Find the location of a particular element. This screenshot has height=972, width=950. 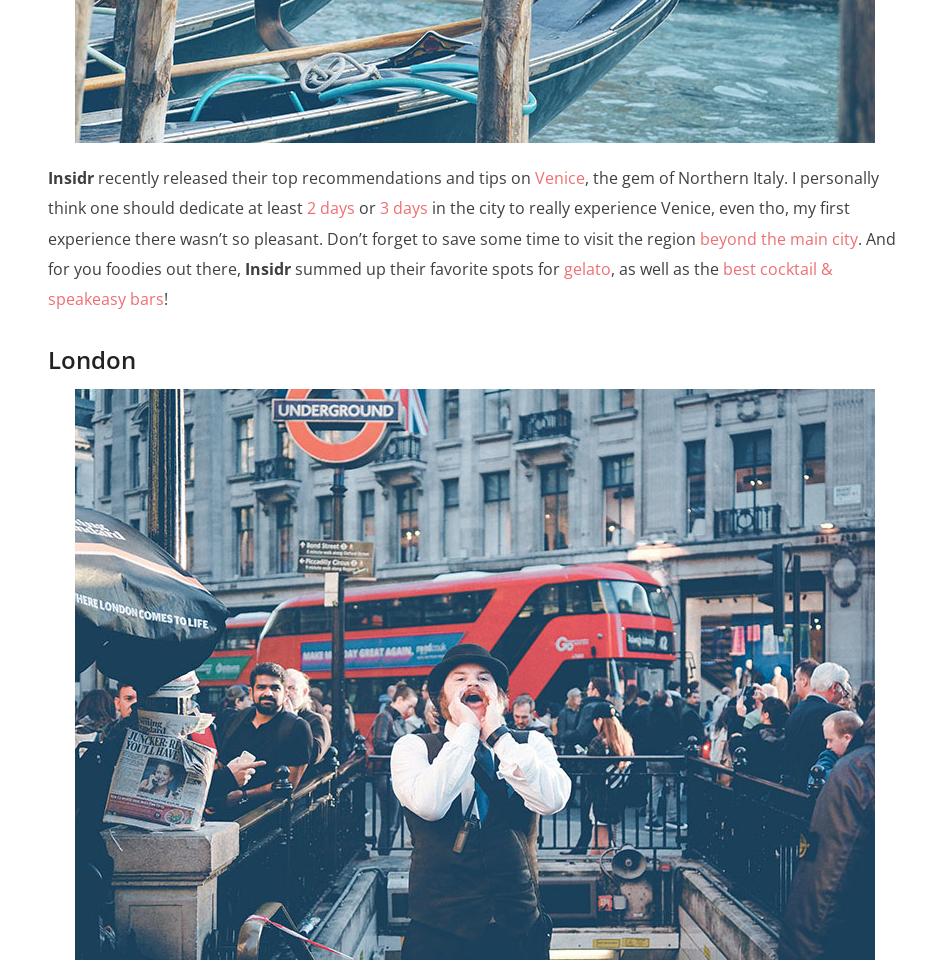

'London' is located at coordinates (91, 358).